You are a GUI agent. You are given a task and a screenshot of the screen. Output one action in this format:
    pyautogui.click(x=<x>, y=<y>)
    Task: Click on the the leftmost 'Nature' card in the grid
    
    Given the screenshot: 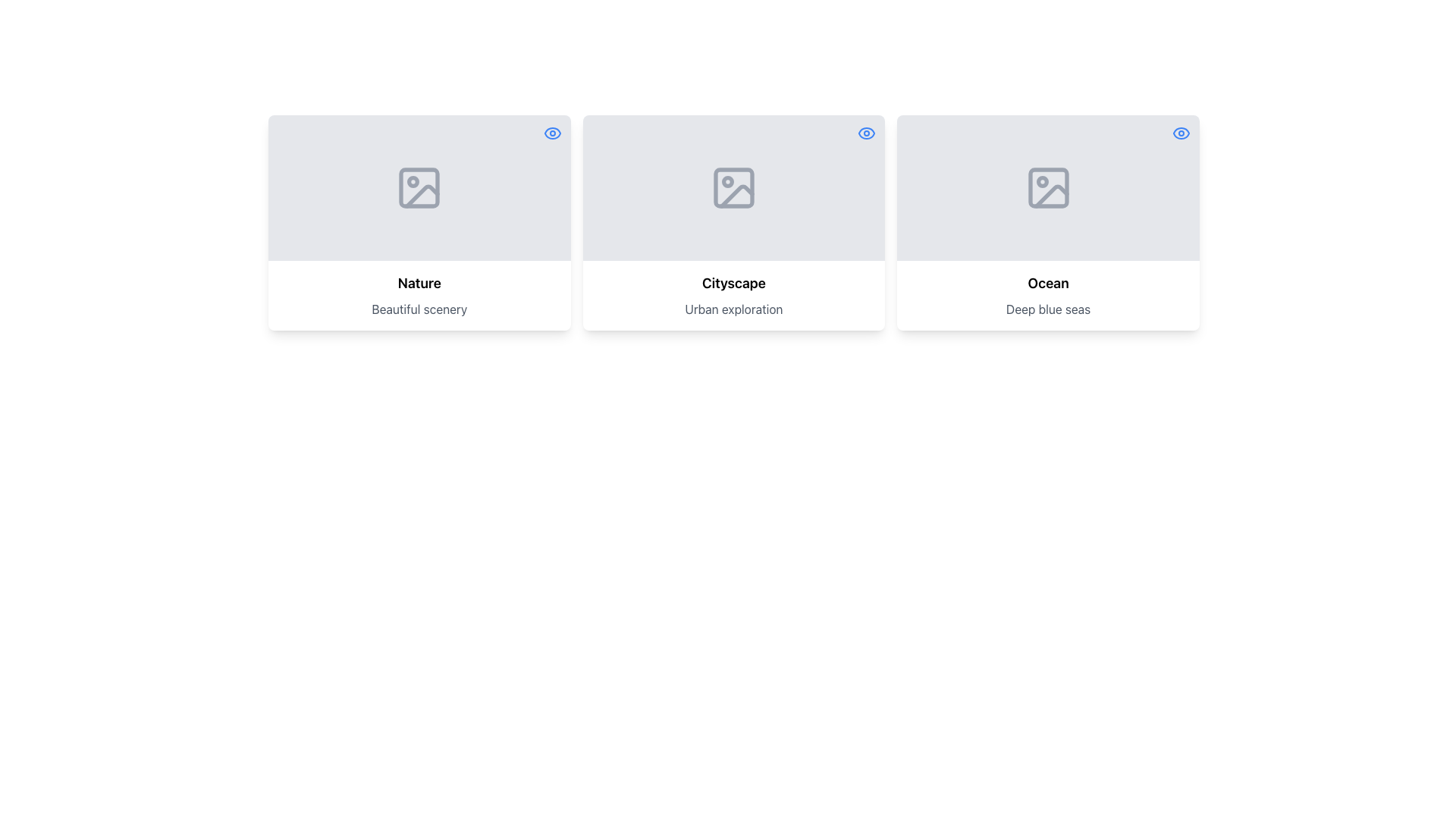 What is the action you would take?
    pyautogui.click(x=419, y=222)
    